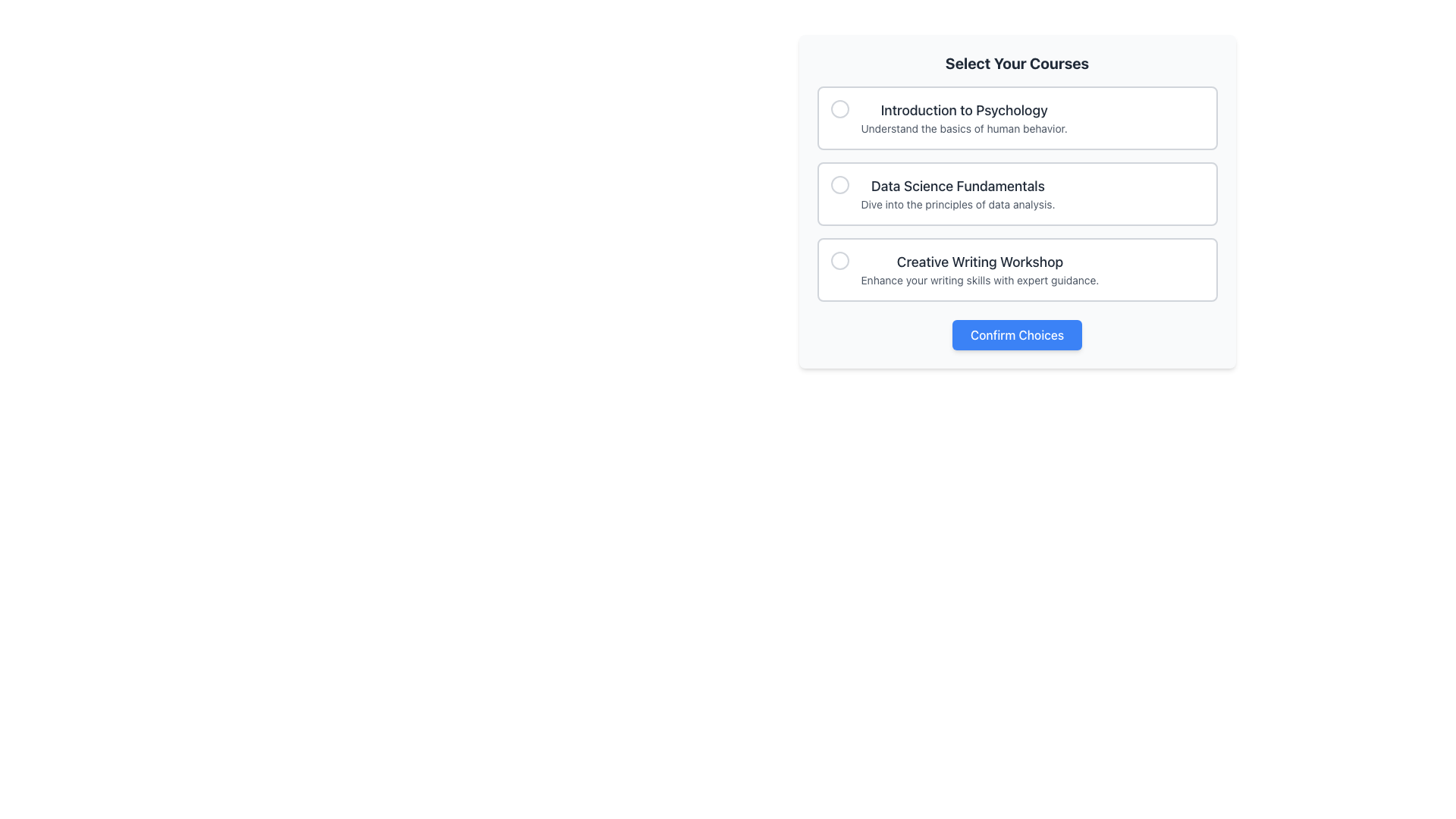 This screenshot has height=819, width=1456. I want to click on the circular radio button located to the left of the 'Introduction to Psychology' option in the 'Select Your Courses' section for visual feedback, so click(839, 108).